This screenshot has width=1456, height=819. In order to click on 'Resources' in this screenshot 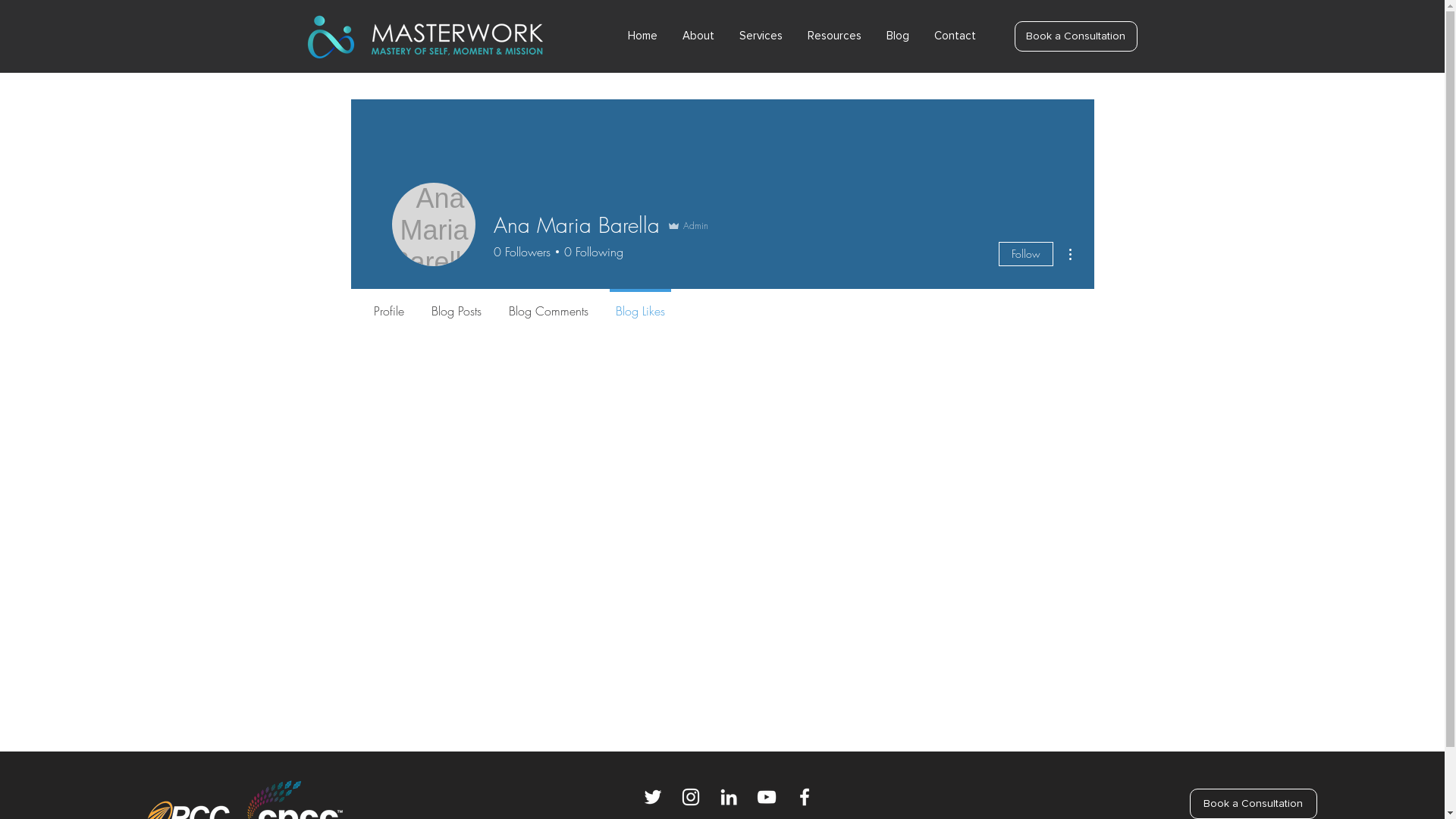, I will do `click(837, 34)`.